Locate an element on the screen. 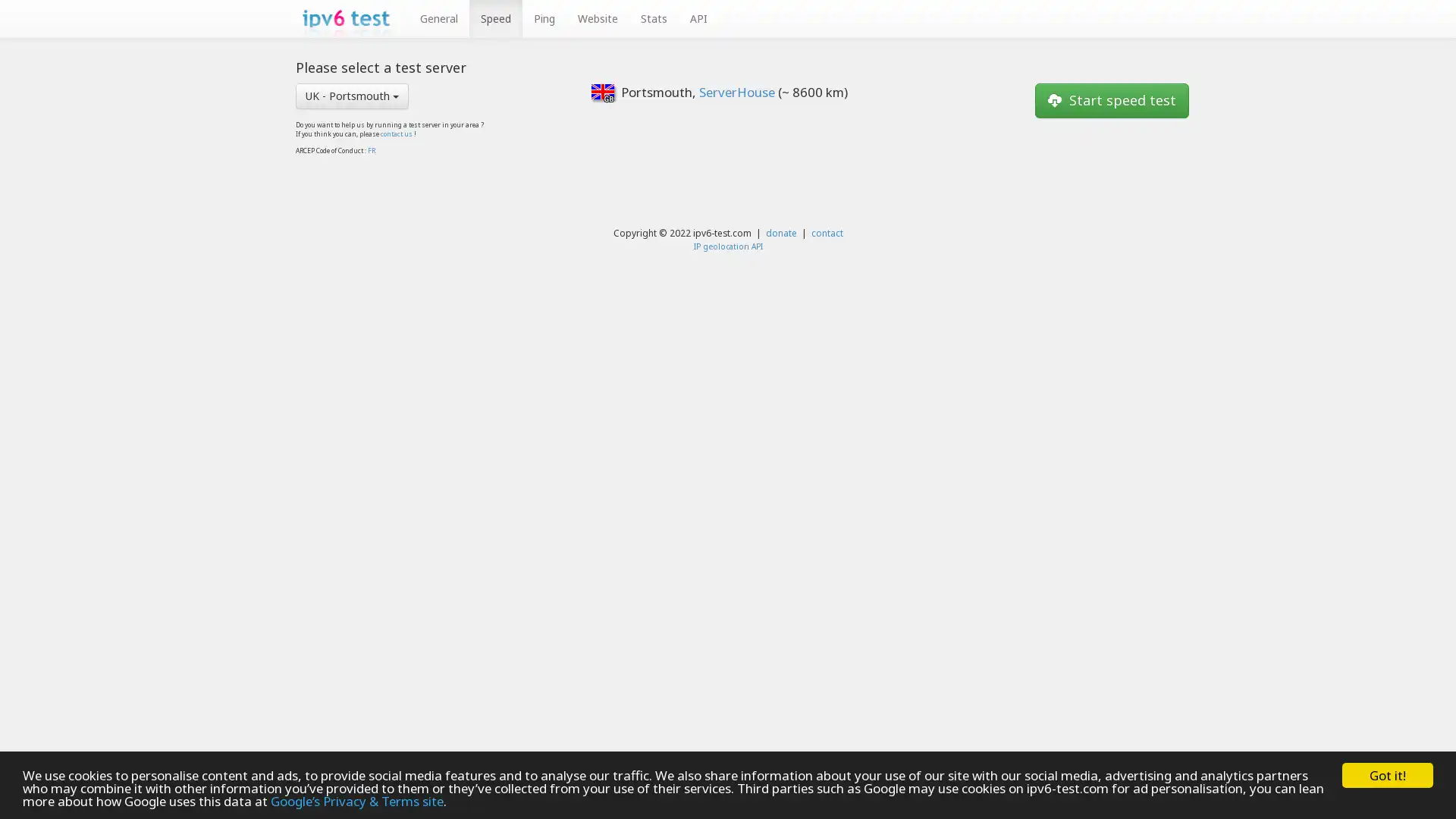 The image size is (1456, 819). Start speed test is located at coordinates (1112, 99).